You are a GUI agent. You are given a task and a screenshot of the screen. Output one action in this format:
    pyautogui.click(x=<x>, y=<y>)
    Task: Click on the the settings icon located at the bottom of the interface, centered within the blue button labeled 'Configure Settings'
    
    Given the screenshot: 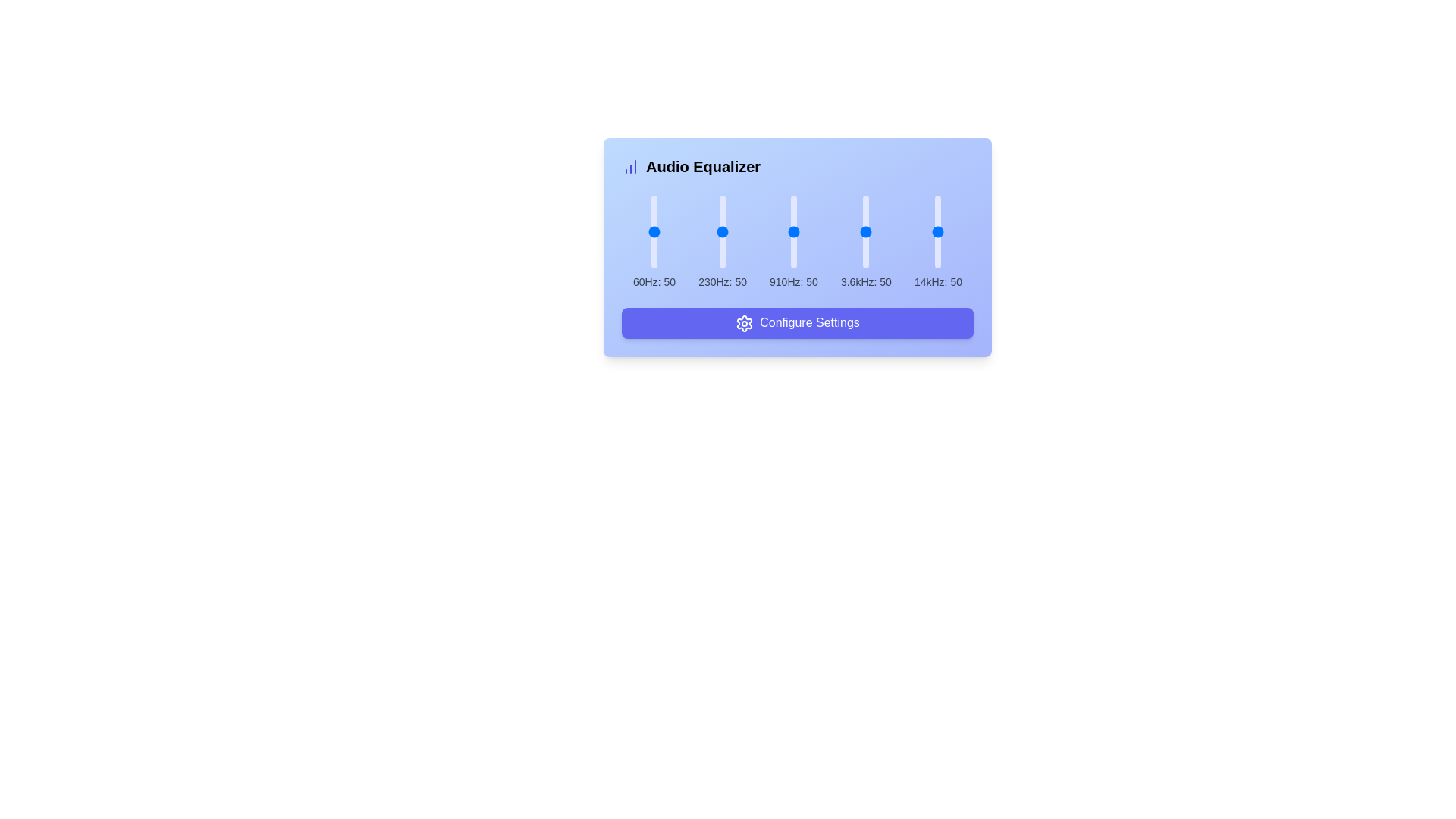 What is the action you would take?
    pyautogui.click(x=745, y=322)
    